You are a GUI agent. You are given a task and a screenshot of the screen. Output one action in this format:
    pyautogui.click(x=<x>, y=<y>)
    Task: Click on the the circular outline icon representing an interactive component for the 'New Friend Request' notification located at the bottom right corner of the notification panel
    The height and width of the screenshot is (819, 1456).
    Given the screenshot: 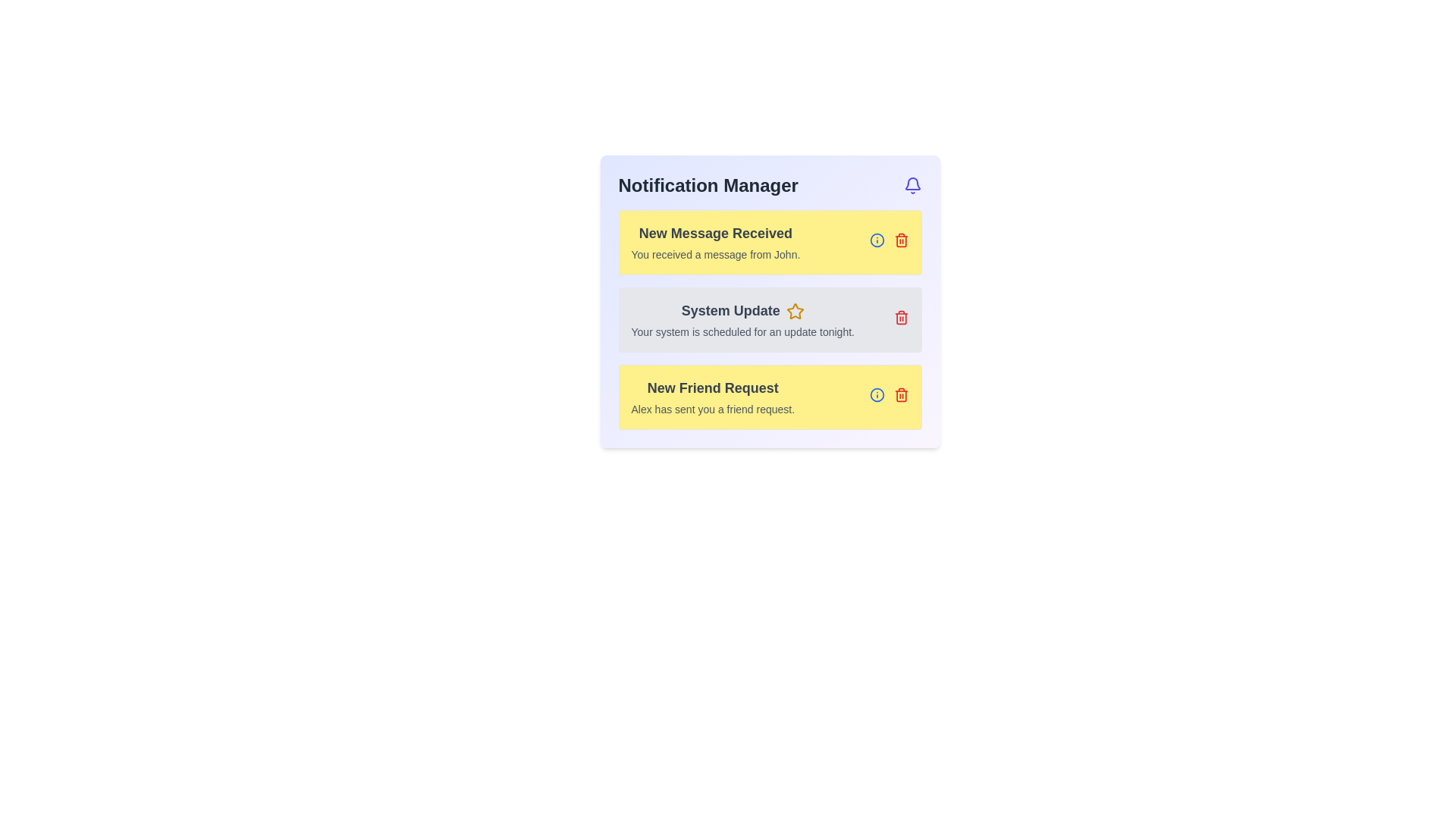 What is the action you would take?
    pyautogui.click(x=877, y=239)
    